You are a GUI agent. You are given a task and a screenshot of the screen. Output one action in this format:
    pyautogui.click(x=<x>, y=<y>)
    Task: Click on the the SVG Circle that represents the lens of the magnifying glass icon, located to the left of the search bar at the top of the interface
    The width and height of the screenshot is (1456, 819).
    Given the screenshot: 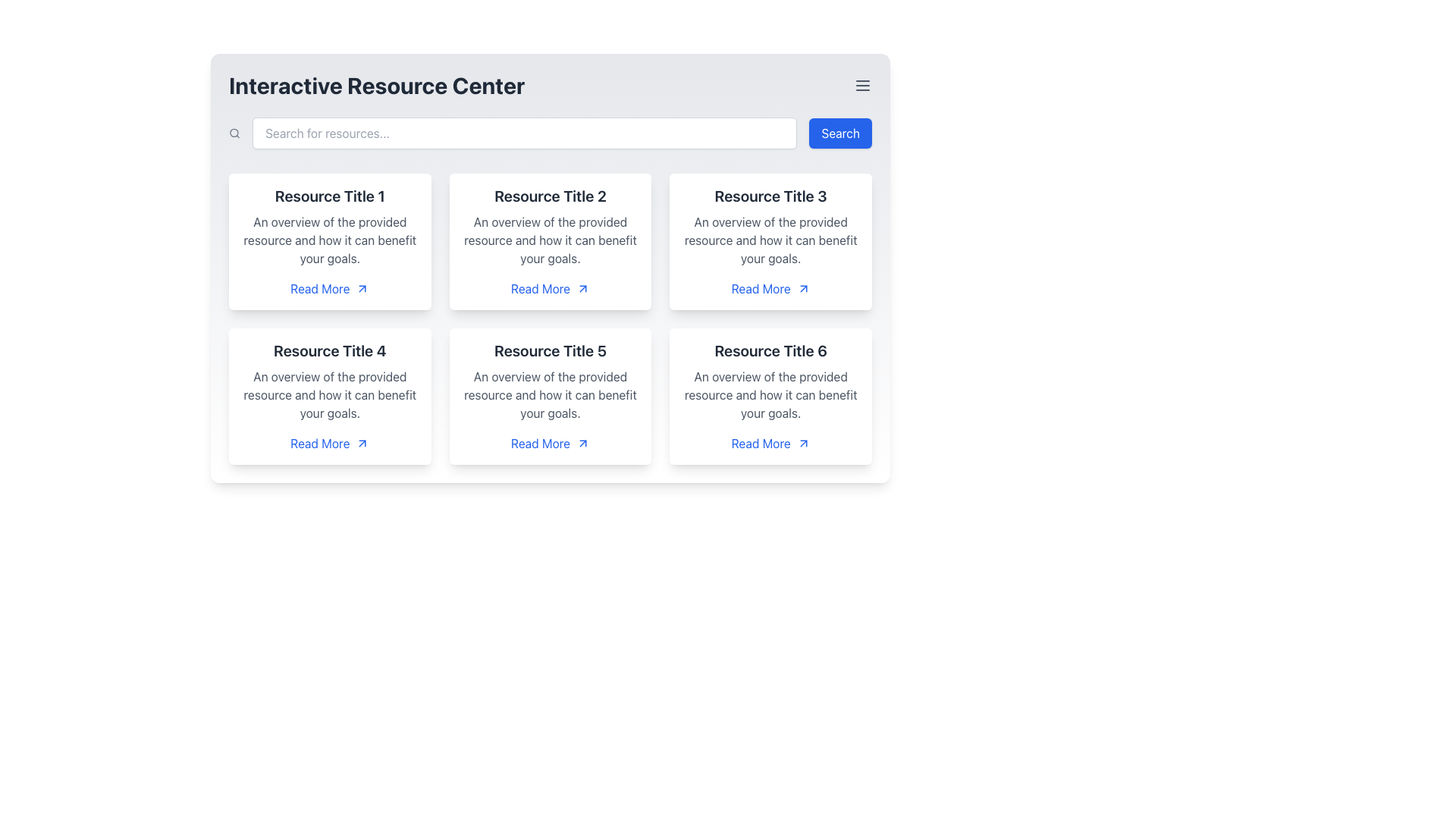 What is the action you would take?
    pyautogui.click(x=233, y=132)
    